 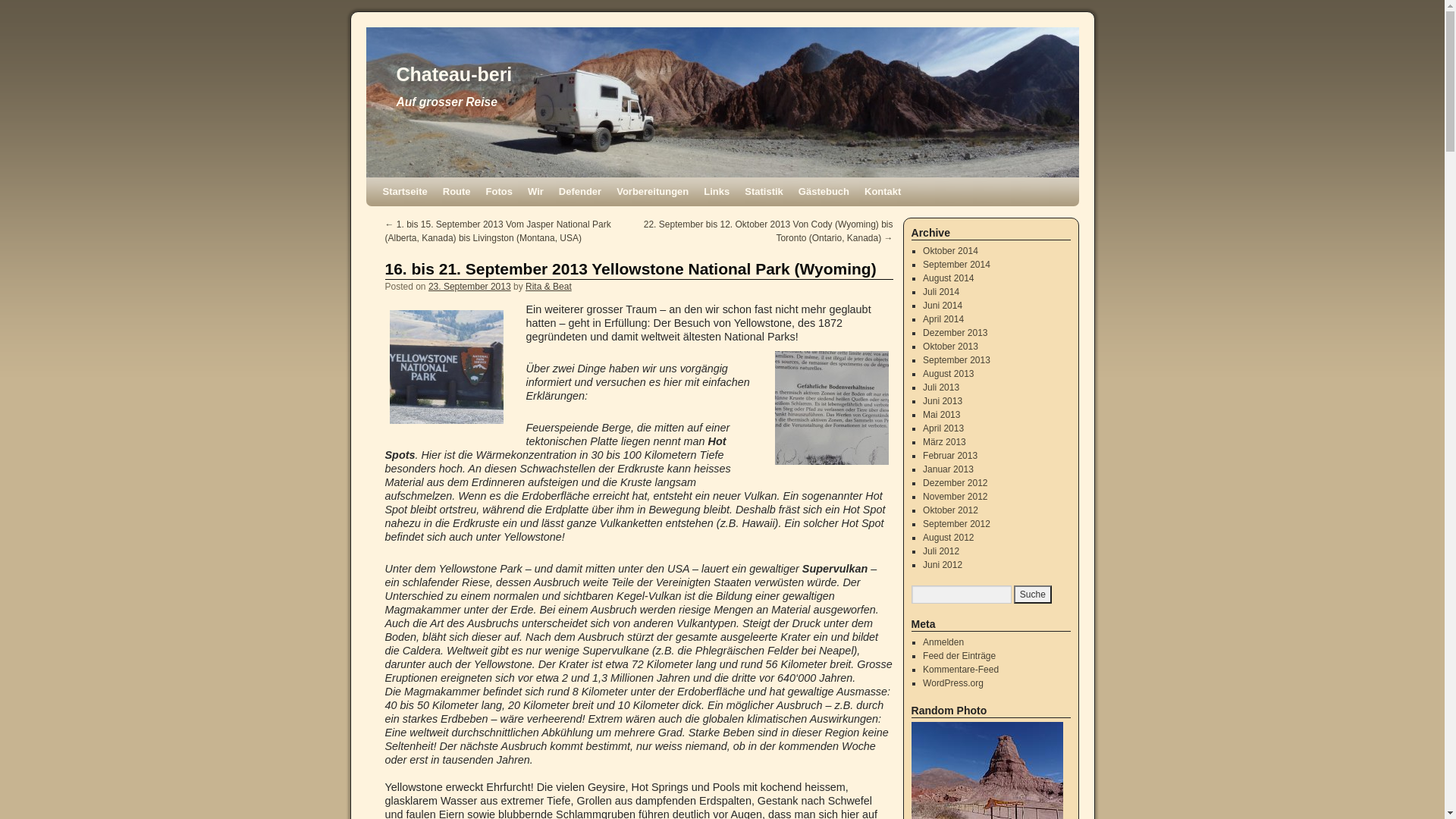 What do you see at coordinates (922, 510) in the screenshot?
I see `'Oktober 2012'` at bounding box center [922, 510].